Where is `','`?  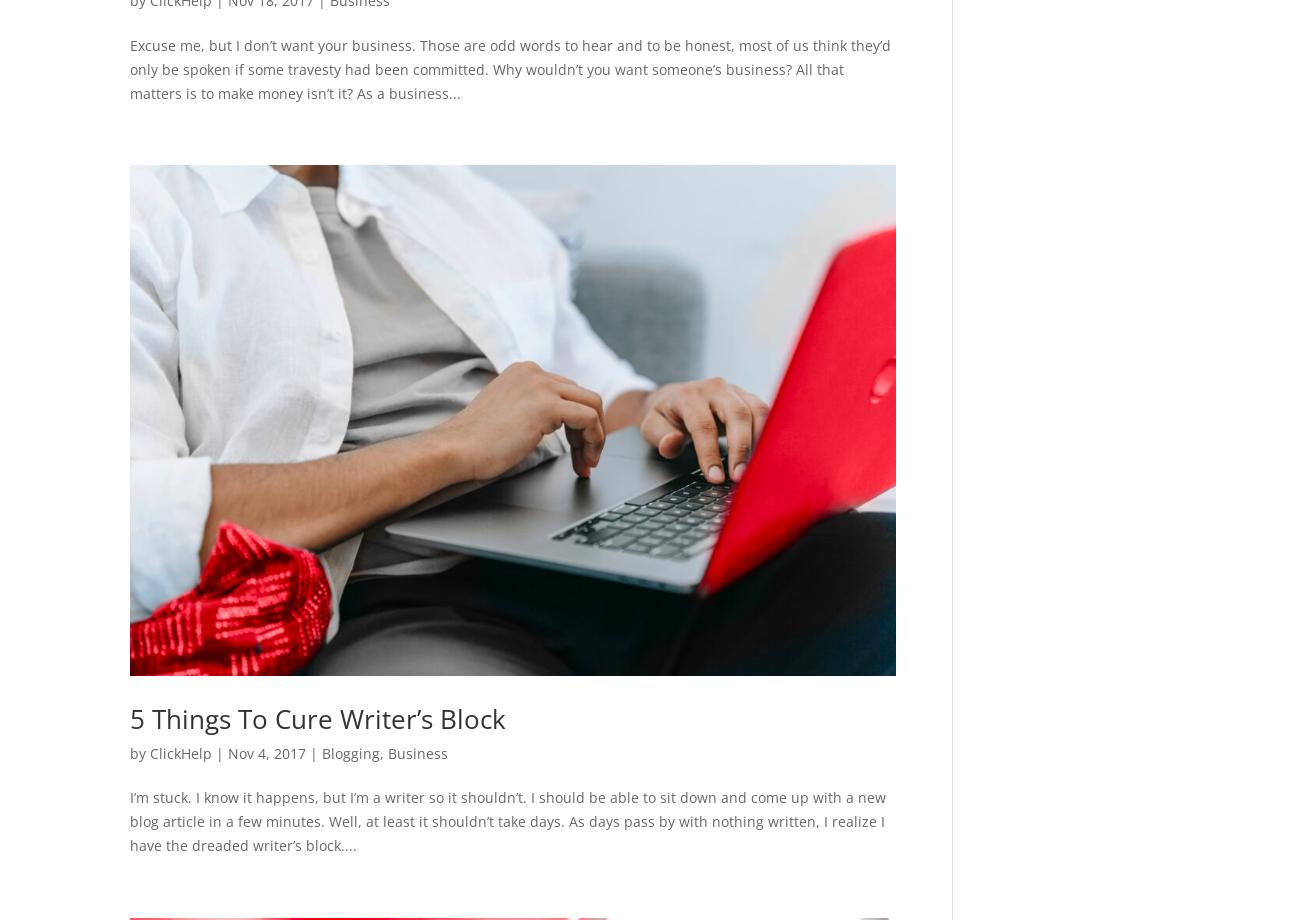 ',' is located at coordinates (384, 752).